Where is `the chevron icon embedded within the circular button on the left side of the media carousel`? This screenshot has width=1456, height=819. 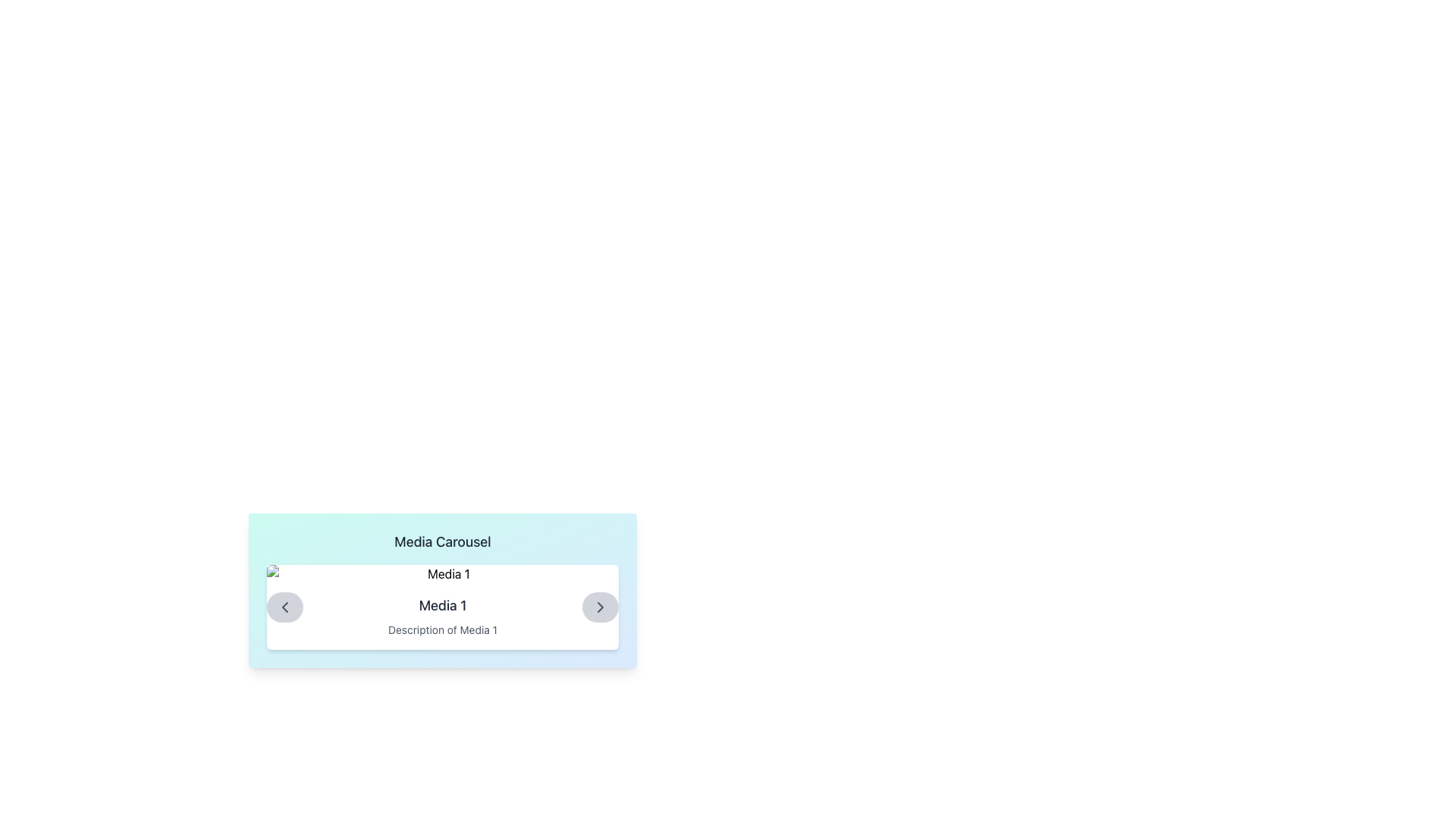 the chevron icon embedded within the circular button on the left side of the media carousel is located at coordinates (284, 607).